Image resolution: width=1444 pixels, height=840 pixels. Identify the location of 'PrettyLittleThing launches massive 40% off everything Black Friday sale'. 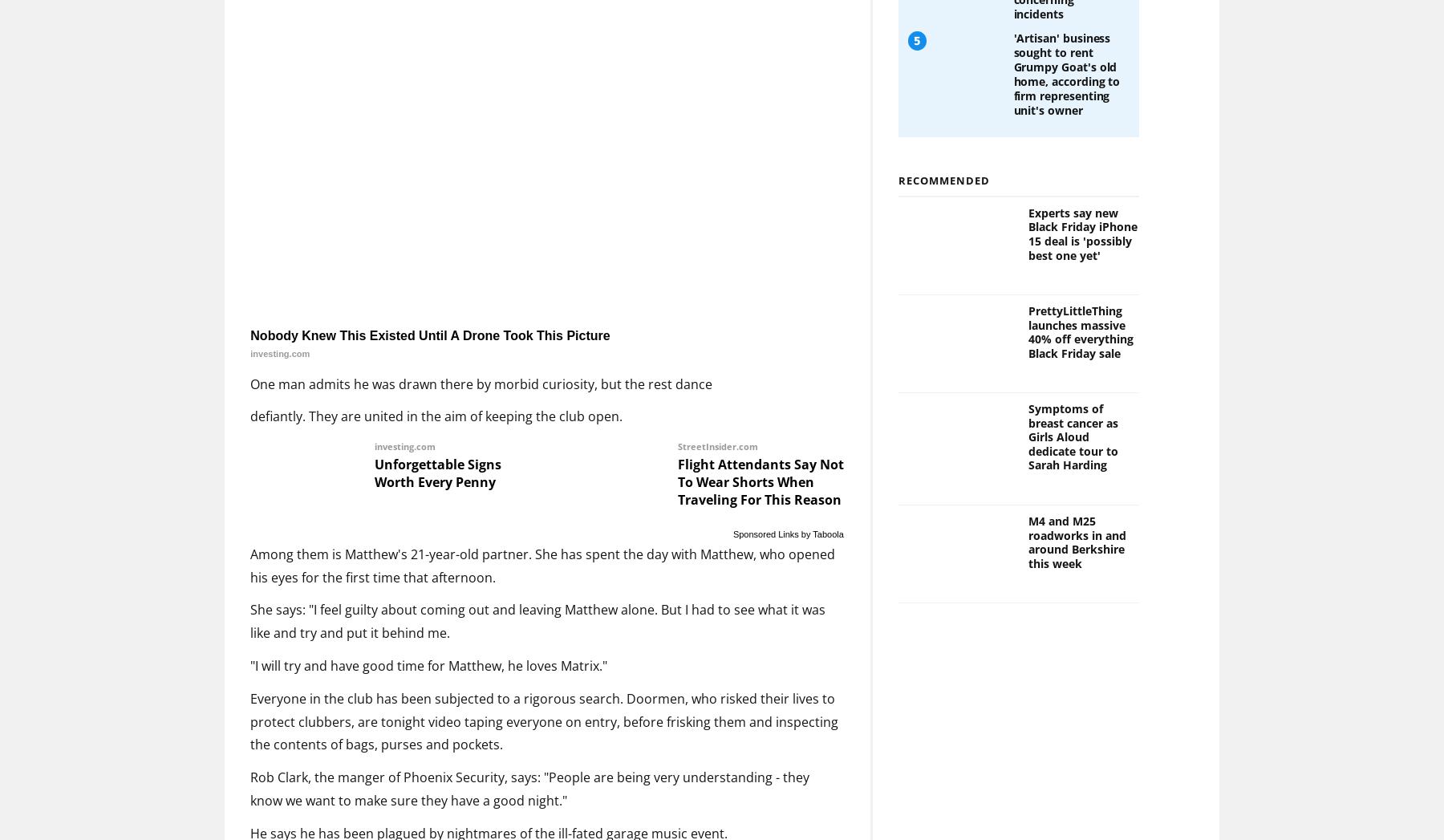
(1080, 458).